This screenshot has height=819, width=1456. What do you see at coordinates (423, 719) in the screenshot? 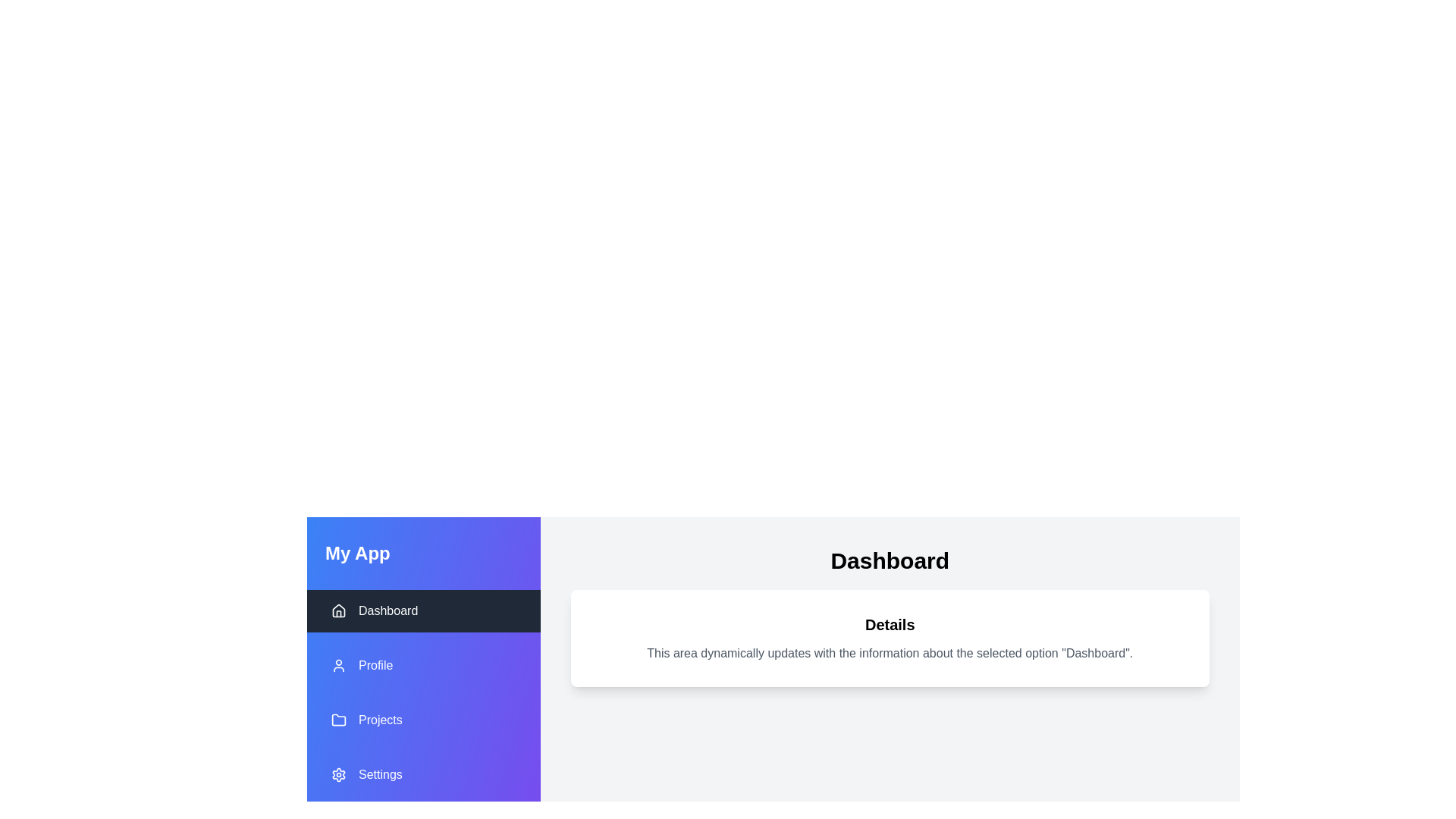
I see `the menu item Projects to view its details` at bounding box center [423, 719].